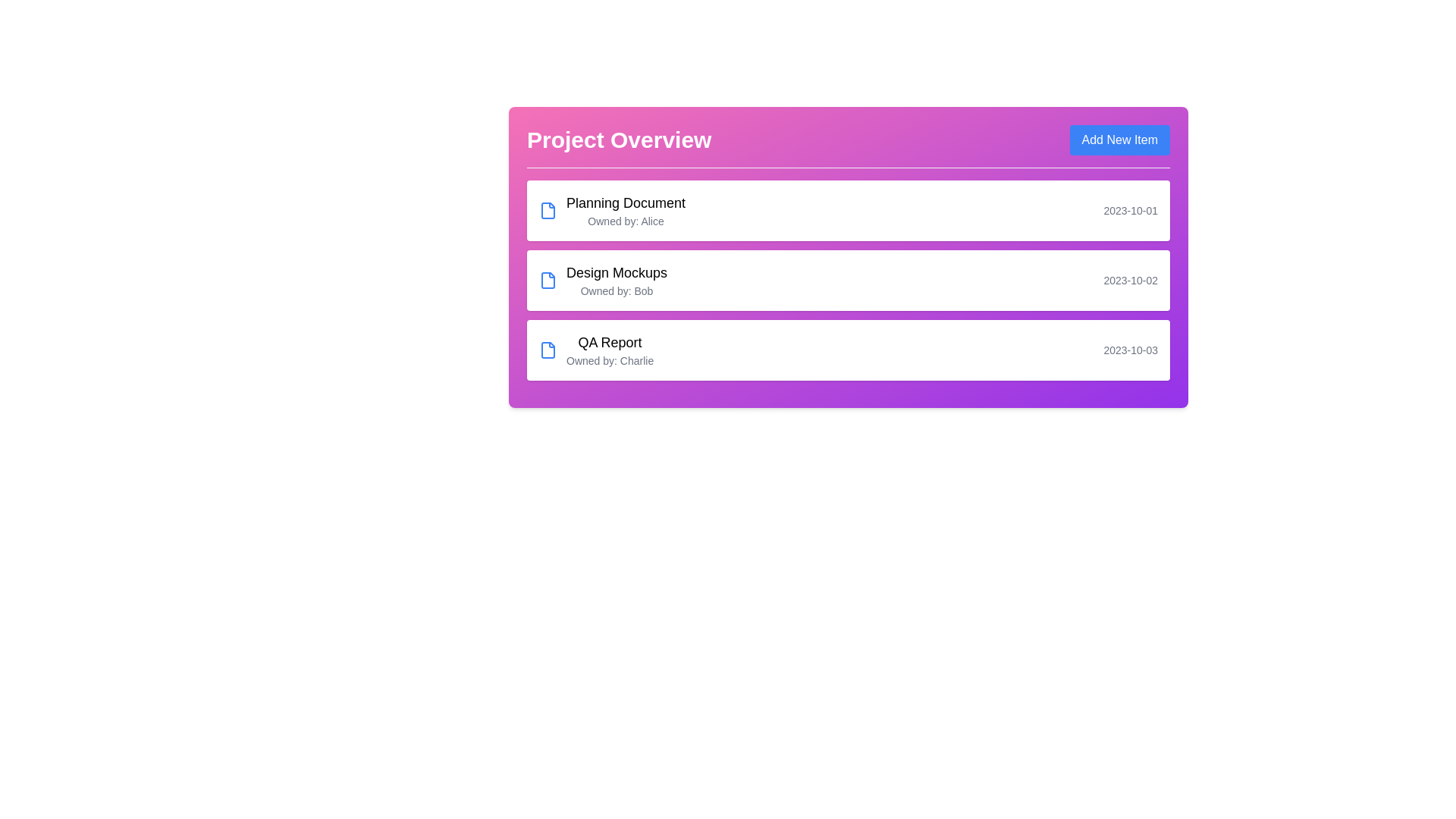  I want to click on the static text label displaying '2023-10-02' in gray font, located at the right end of the block labeled 'Design Mockups' and 'Owned by: Bob', so click(1131, 281).